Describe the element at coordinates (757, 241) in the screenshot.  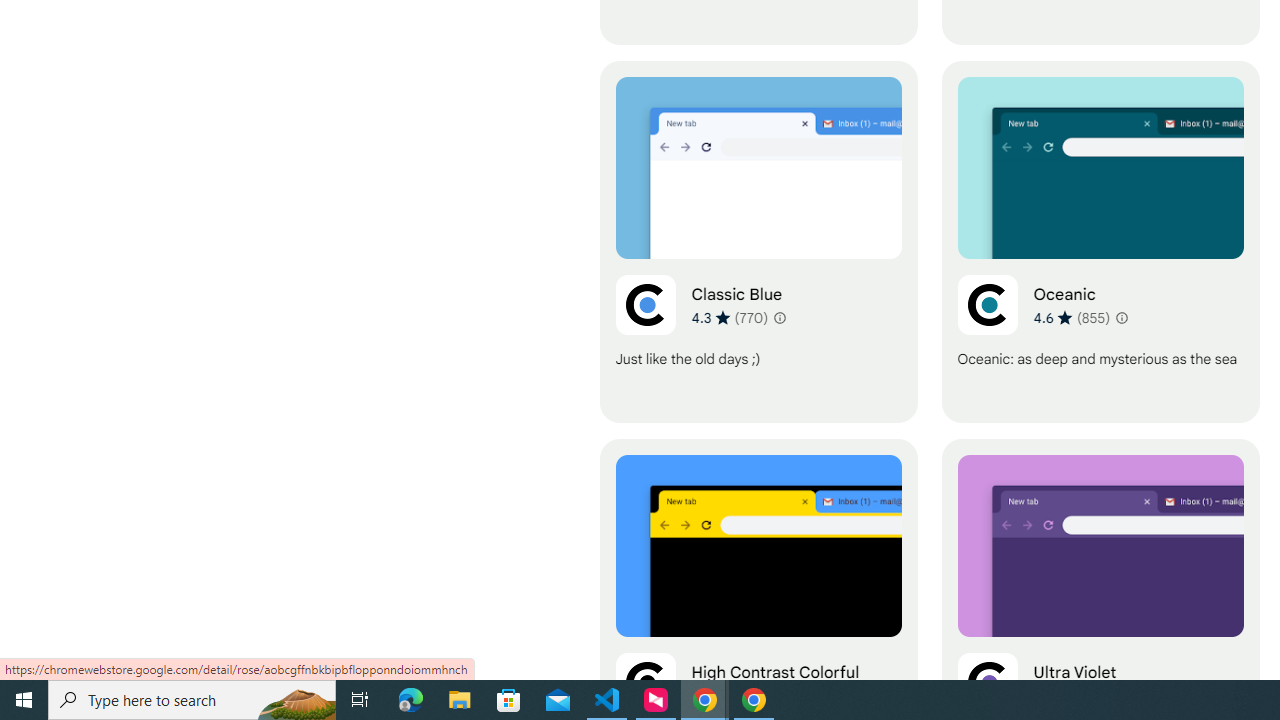
I see `'Classic Blue'` at that location.